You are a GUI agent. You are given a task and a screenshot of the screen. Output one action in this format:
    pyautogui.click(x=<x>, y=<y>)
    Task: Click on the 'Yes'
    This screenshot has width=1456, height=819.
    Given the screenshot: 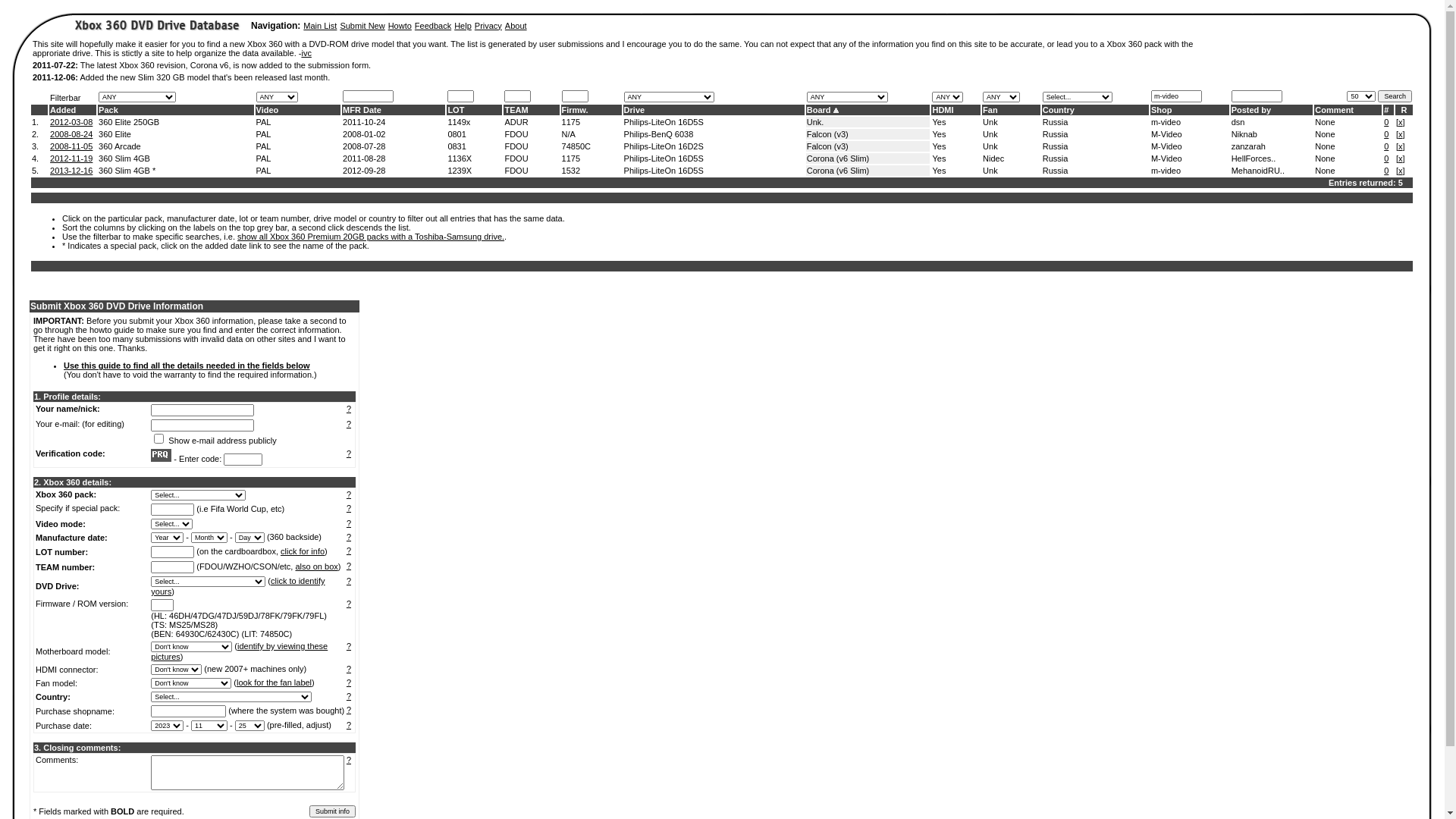 What is the action you would take?
    pyautogui.click(x=938, y=121)
    